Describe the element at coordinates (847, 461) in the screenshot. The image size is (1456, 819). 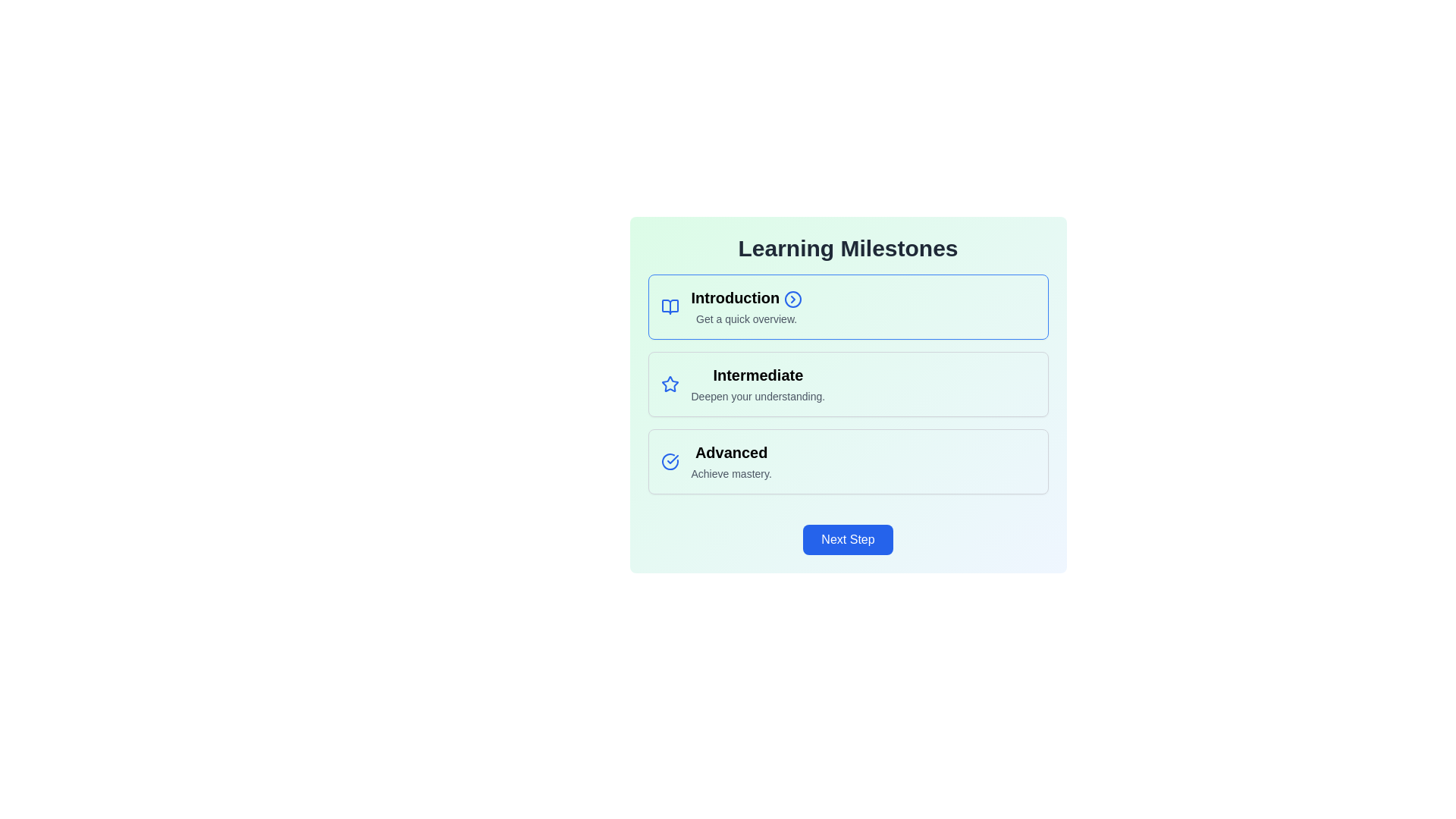
I see `the 'Advanced' card, which is the third card in a vertical stack of three, positioned below 'Intermediate' and above the 'Next Step' button` at that location.